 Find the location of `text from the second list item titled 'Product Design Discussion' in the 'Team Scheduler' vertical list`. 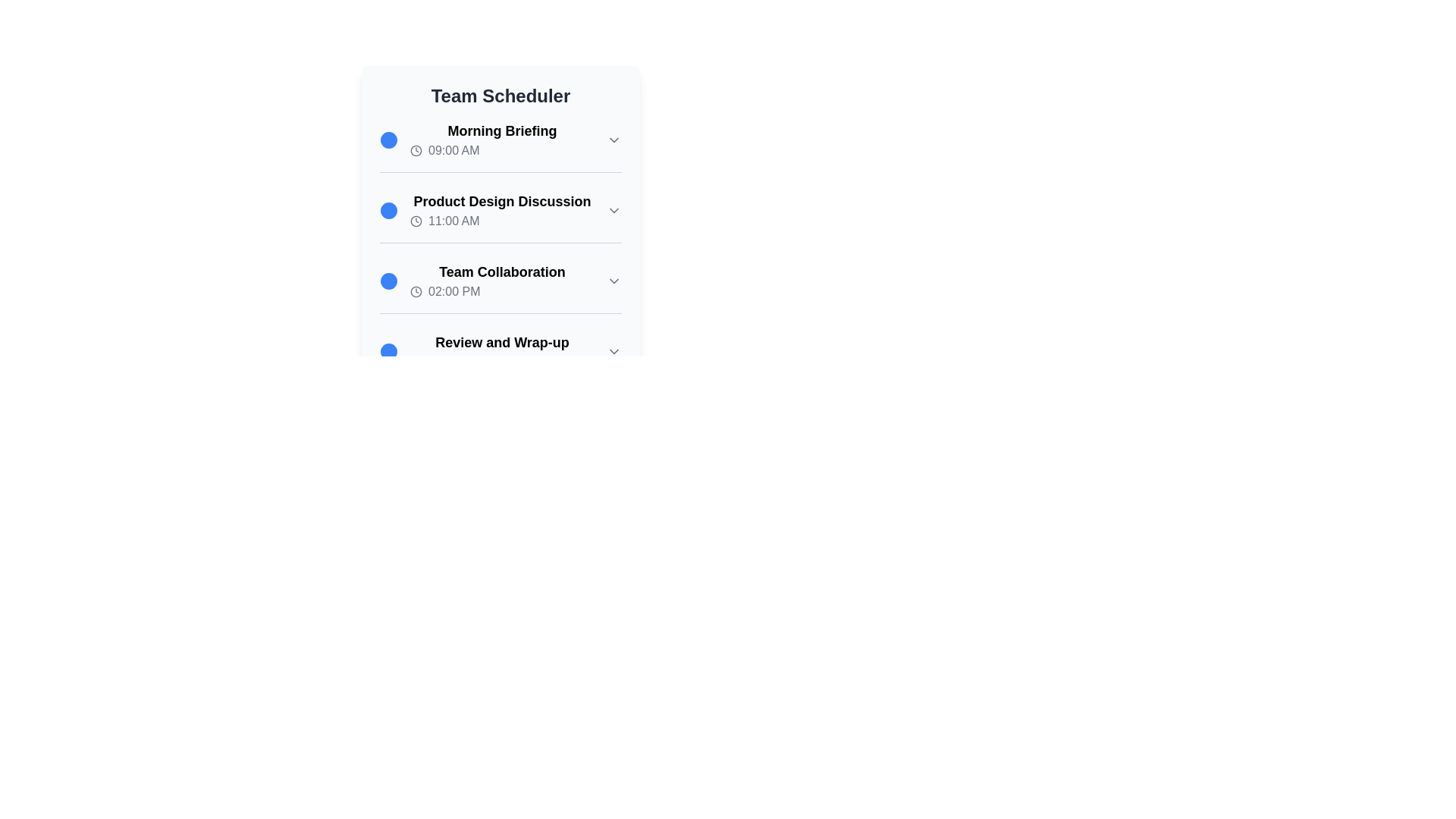

text from the second list item titled 'Product Design Discussion' in the 'Team Scheduler' vertical list is located at coordinates (500, 217).